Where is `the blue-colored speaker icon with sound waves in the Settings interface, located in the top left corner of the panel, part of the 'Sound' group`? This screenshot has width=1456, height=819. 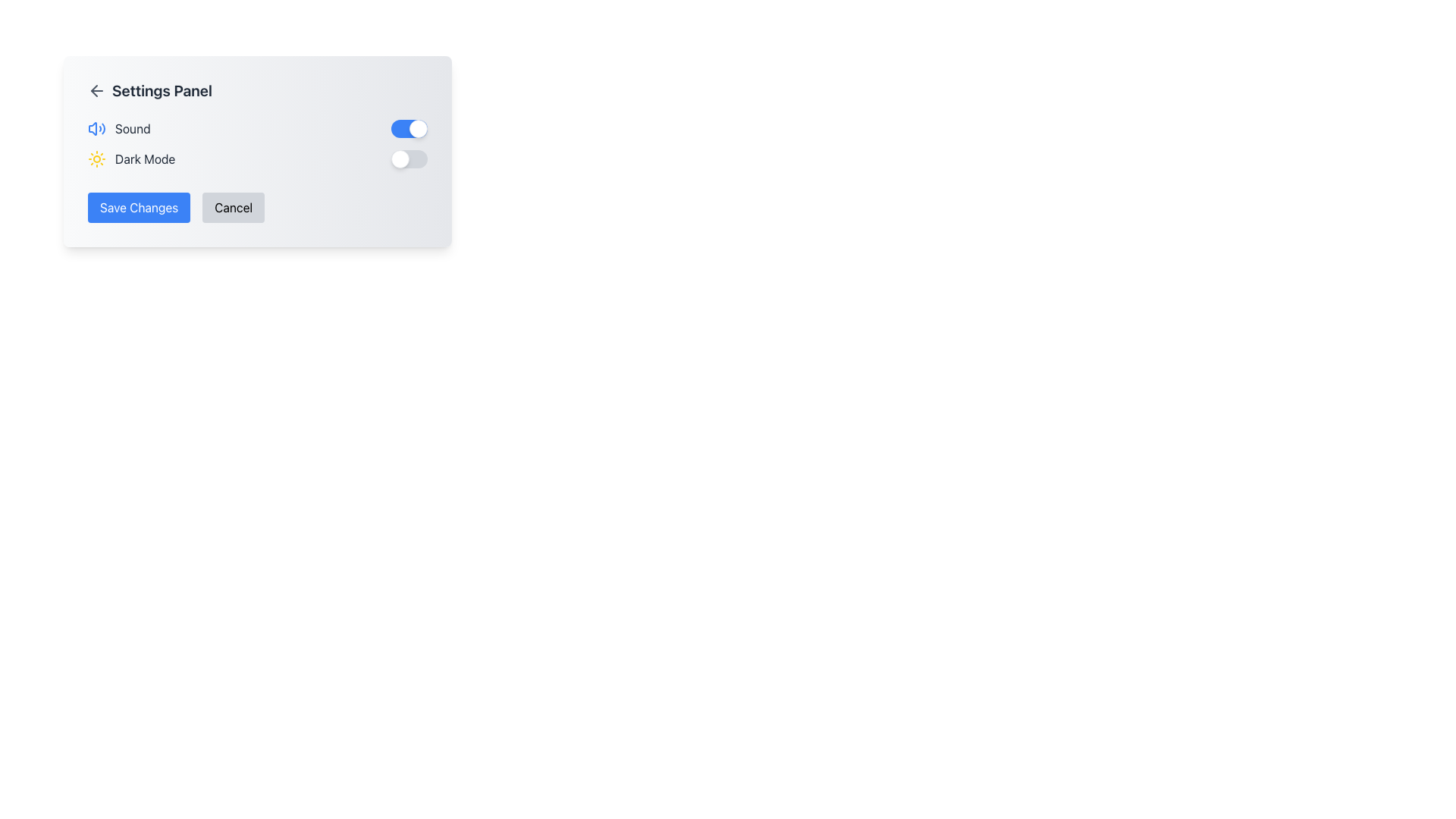 the blue-colored speaker icon with sound waves in the Settings interface, located in the top left corner of the panel, part of the 'Sound' group is located at coordinates (96, 127).